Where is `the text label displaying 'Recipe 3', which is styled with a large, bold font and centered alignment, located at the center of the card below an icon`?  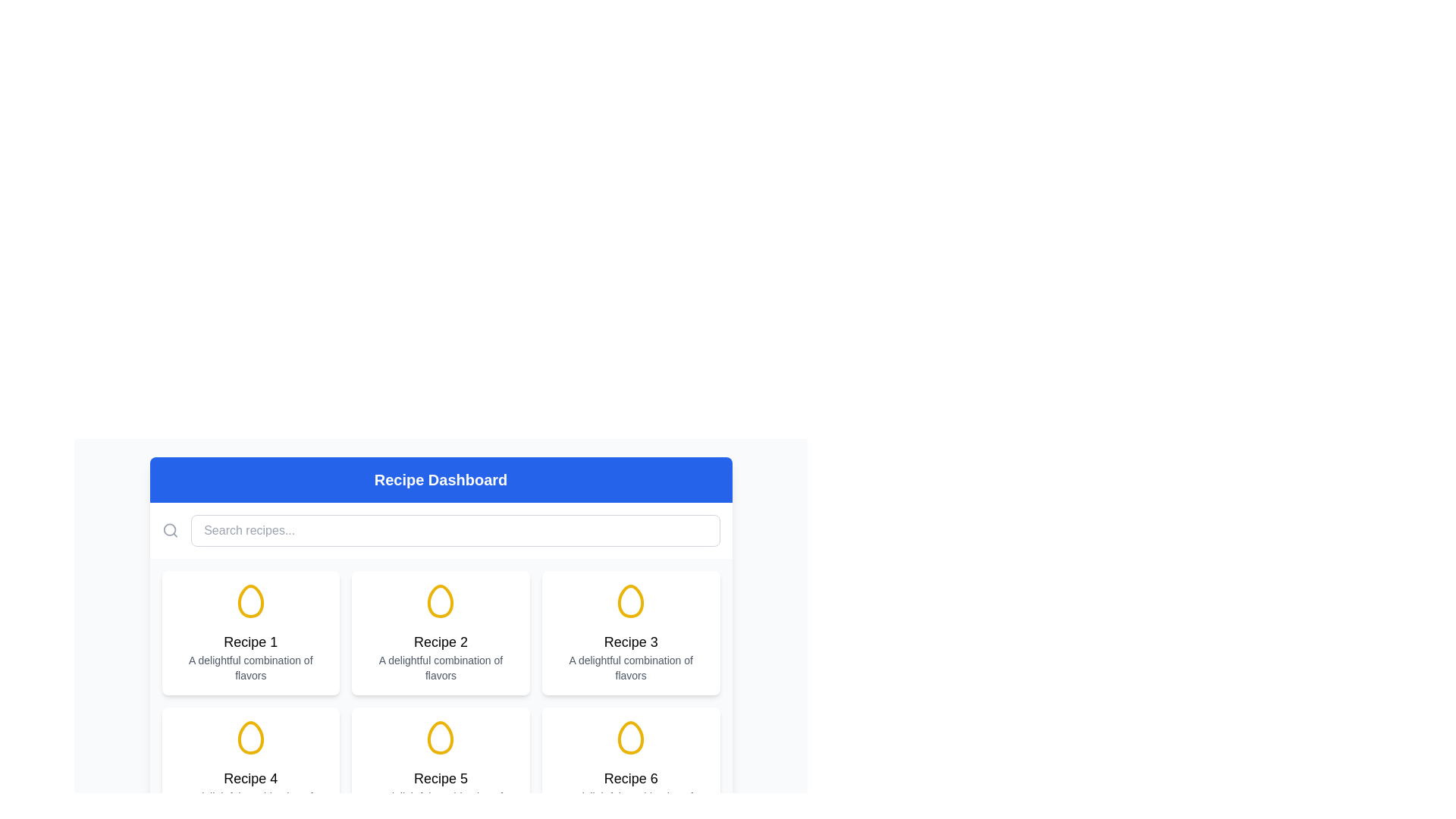 the text label displaying 'Recipe 3', which is styled with a large, bold font and centered alignment, located at the center of the card below an icon is located at coordinates (631, 642).